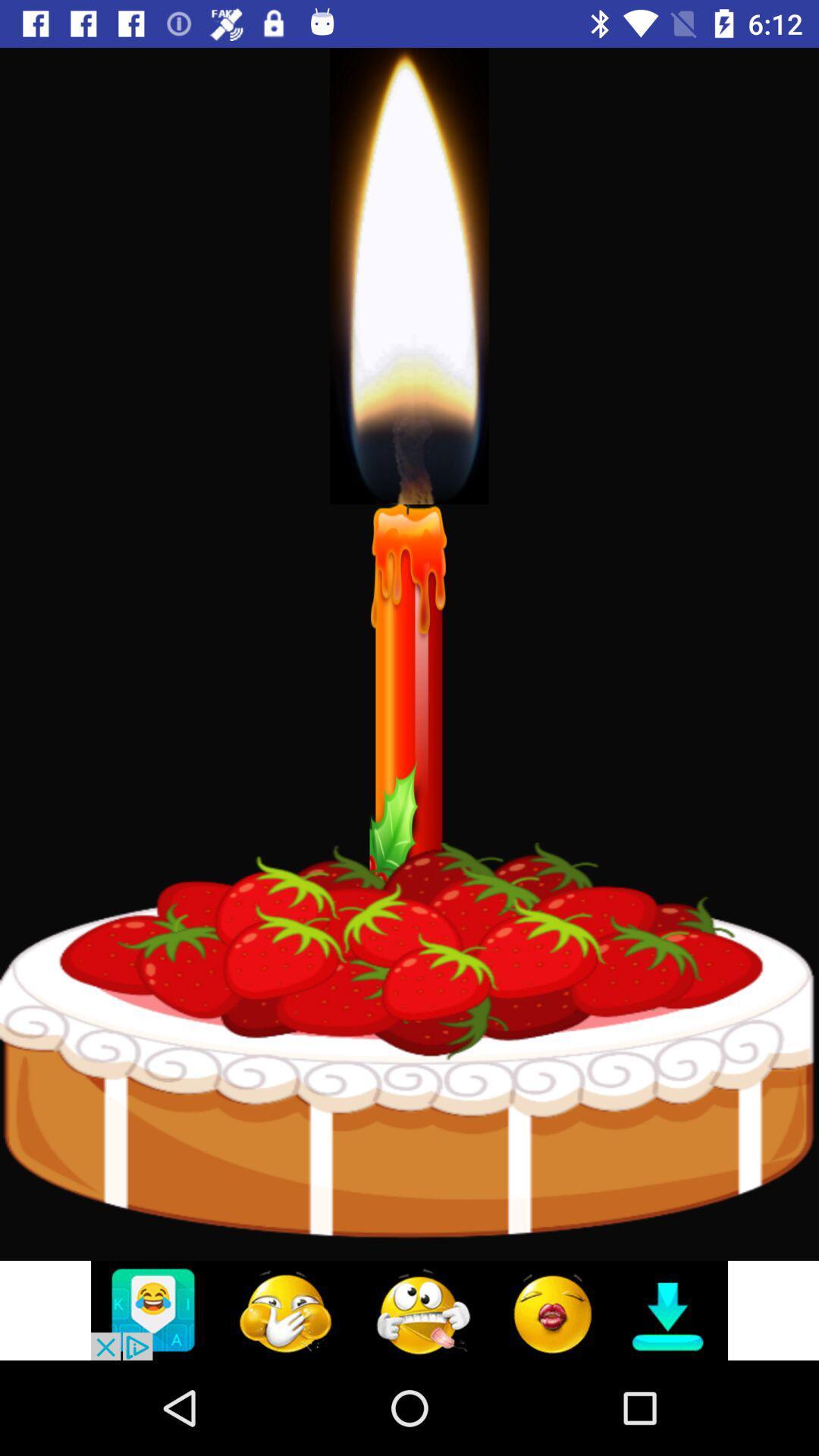  I want to click on click discriiption, so click(409, 1310).